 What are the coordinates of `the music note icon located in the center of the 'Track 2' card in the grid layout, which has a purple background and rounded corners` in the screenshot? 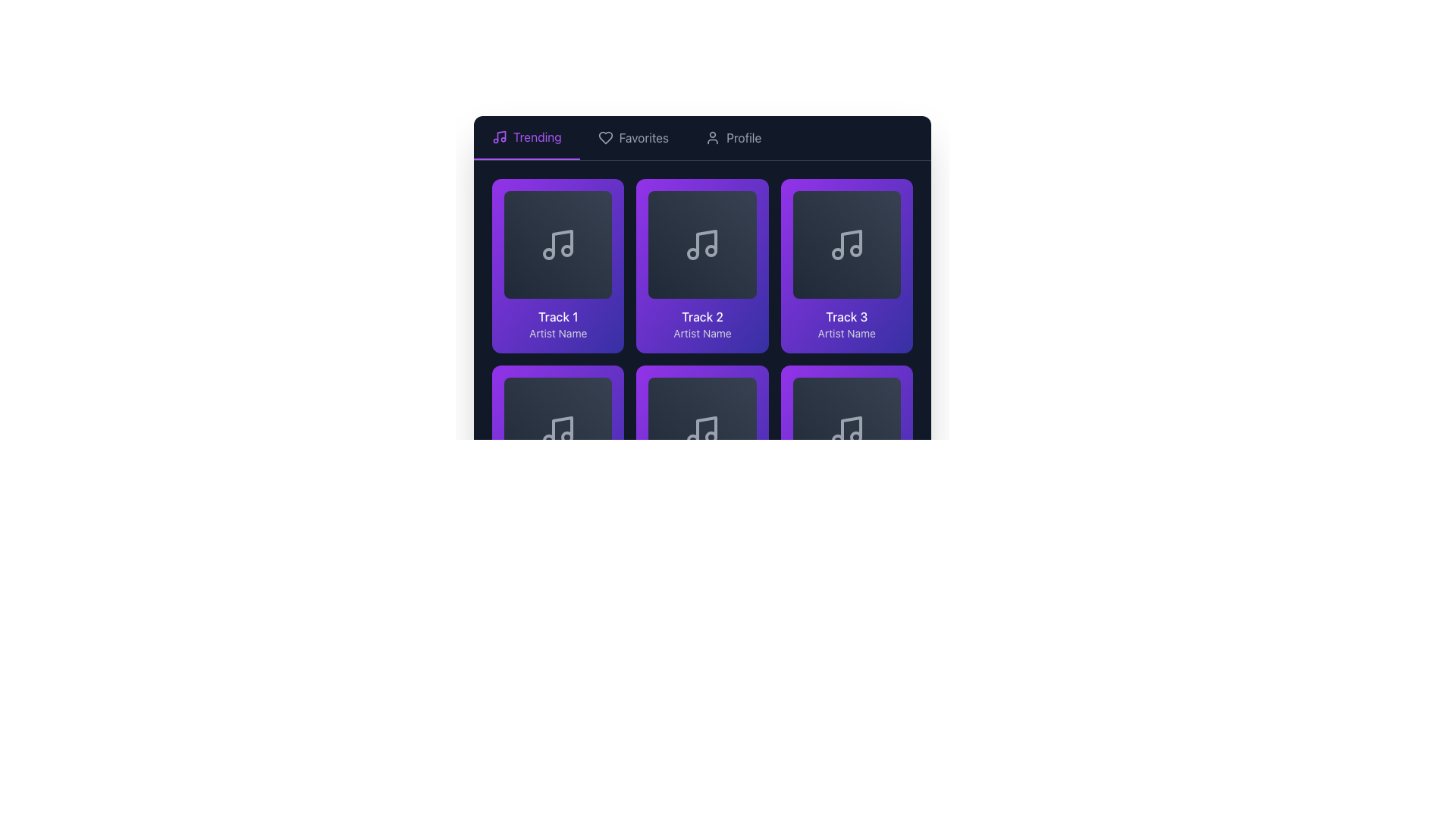 It's located at (701, 244).